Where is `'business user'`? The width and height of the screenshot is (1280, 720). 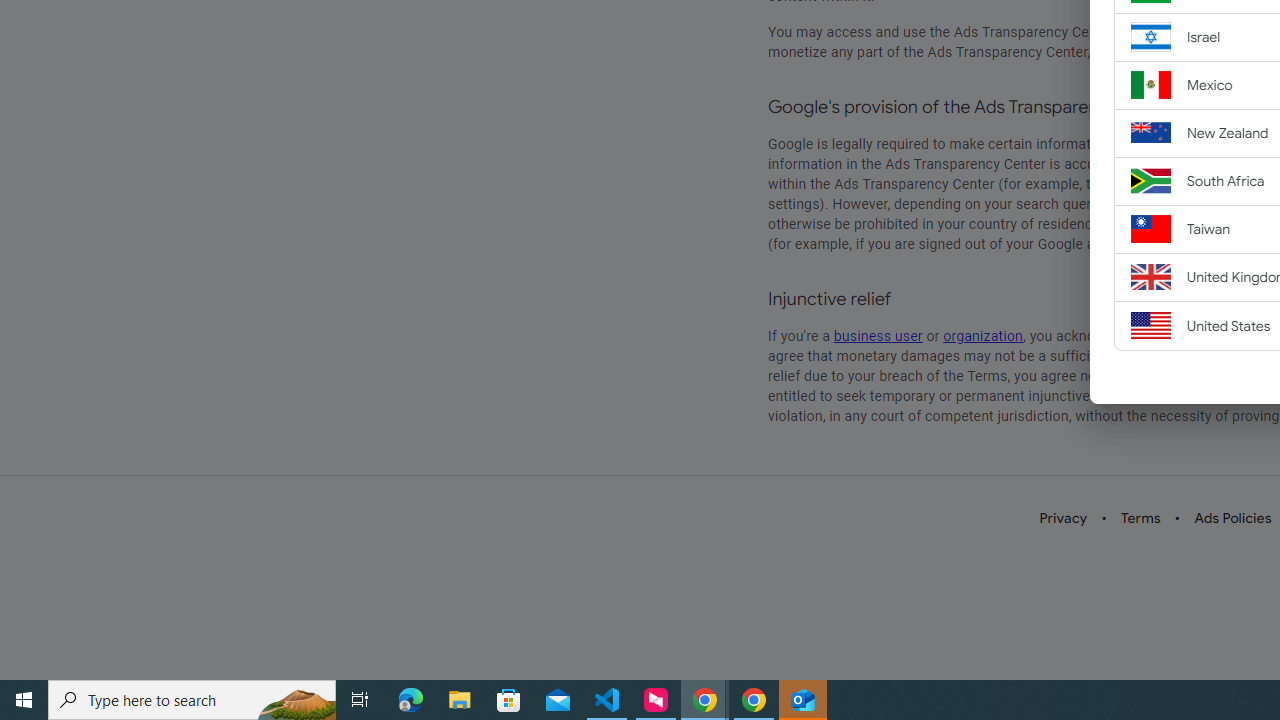 'business user' is located at coordinates (878, 335).